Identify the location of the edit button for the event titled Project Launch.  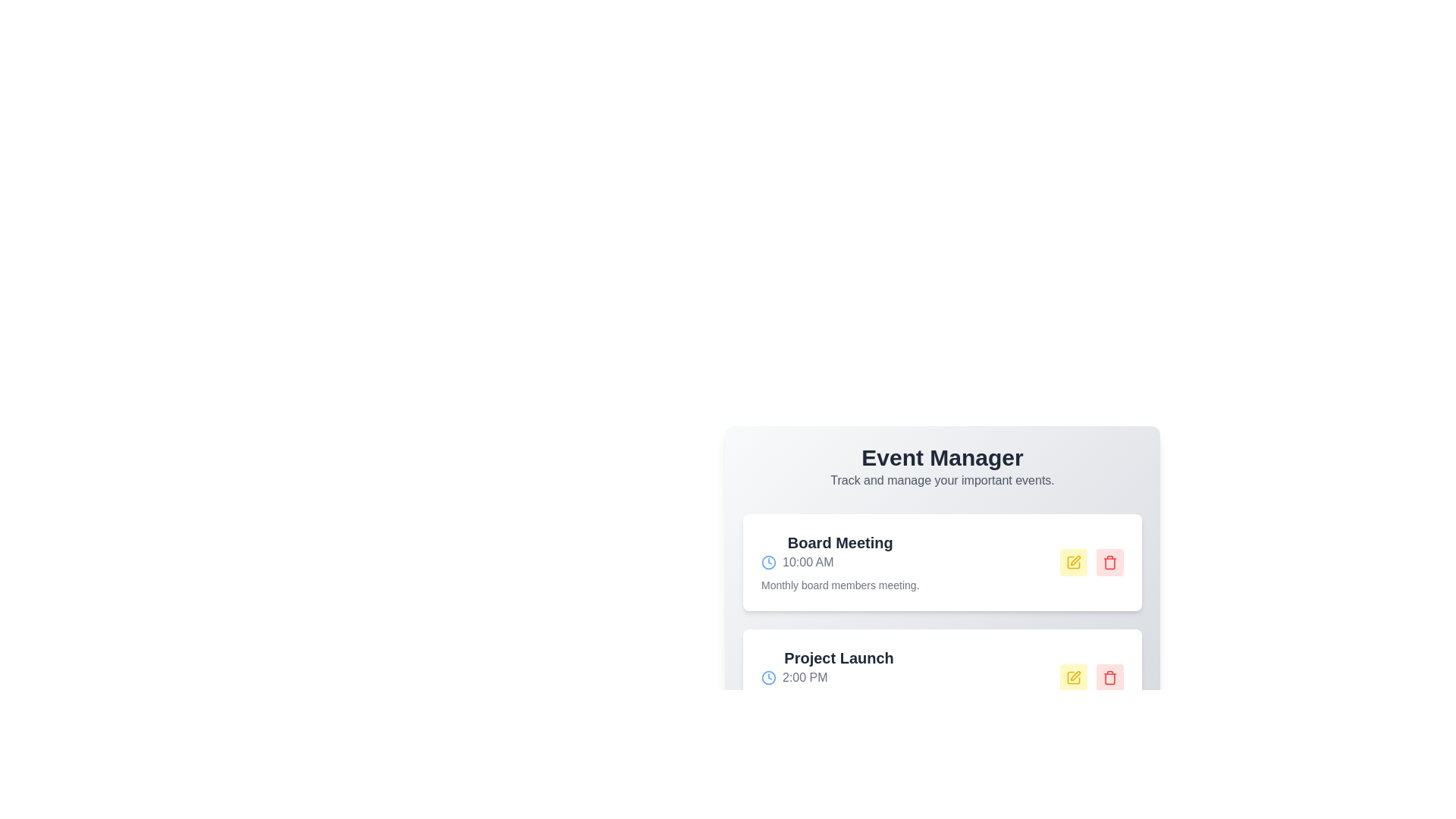
(1073, 677).